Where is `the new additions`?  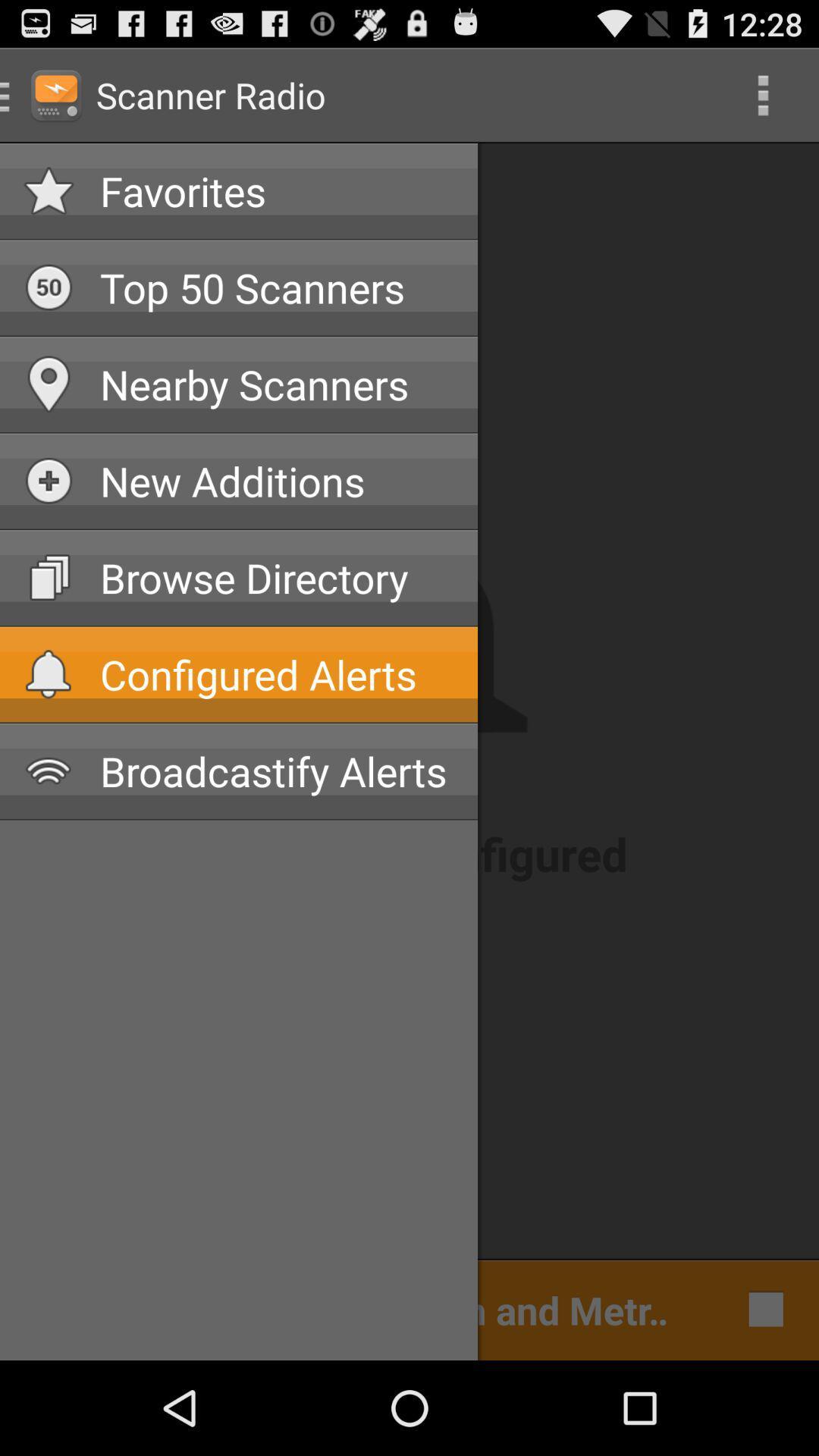
the new additions is located at coordinates (277, 480).